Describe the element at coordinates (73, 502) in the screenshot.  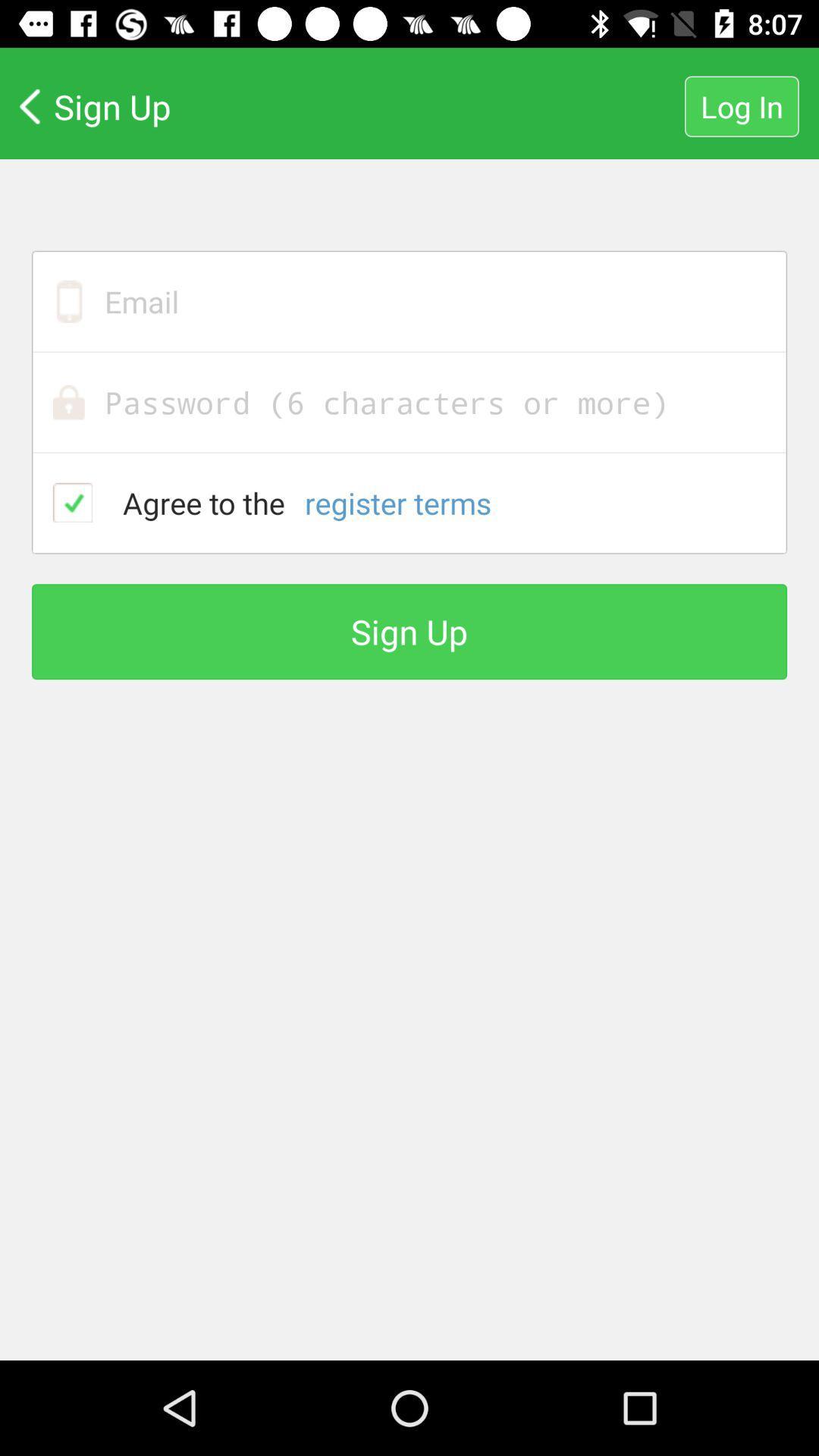
I see `the option to agree to the register terms` at that location.